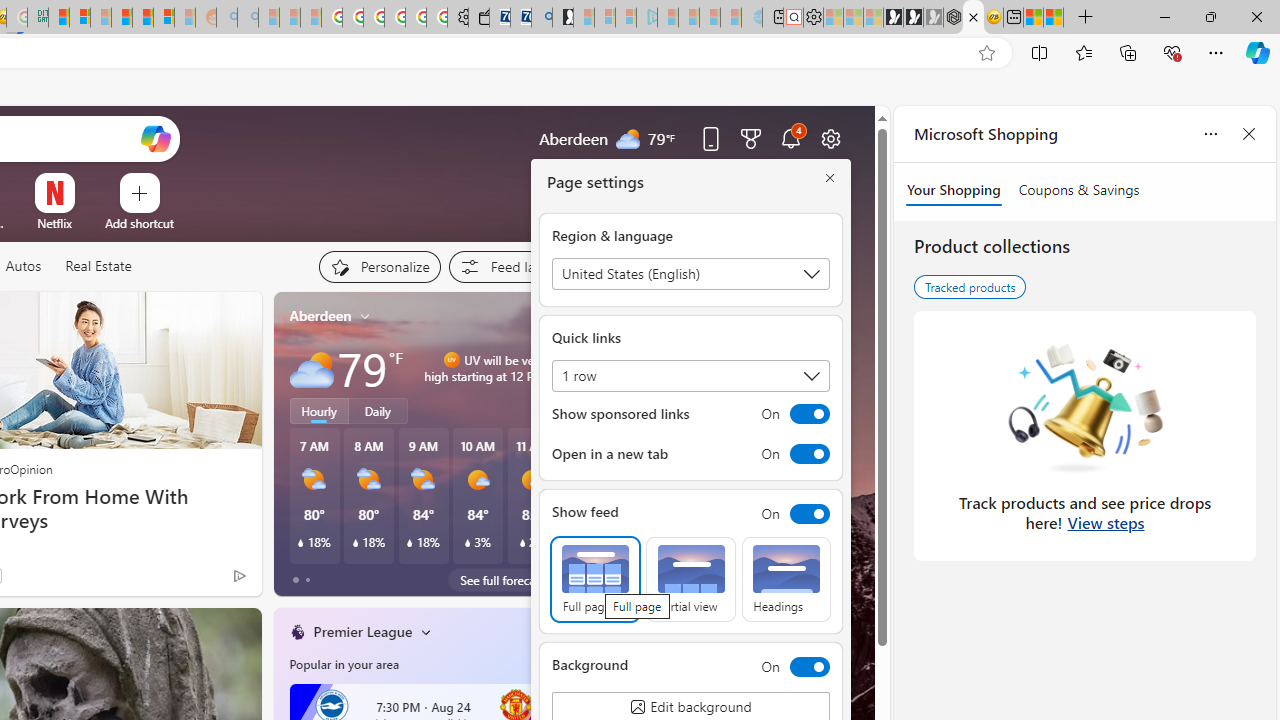  Describe the element at coordinates (97, 265) in the screenshot. I see `'Real Estate'` at that location.